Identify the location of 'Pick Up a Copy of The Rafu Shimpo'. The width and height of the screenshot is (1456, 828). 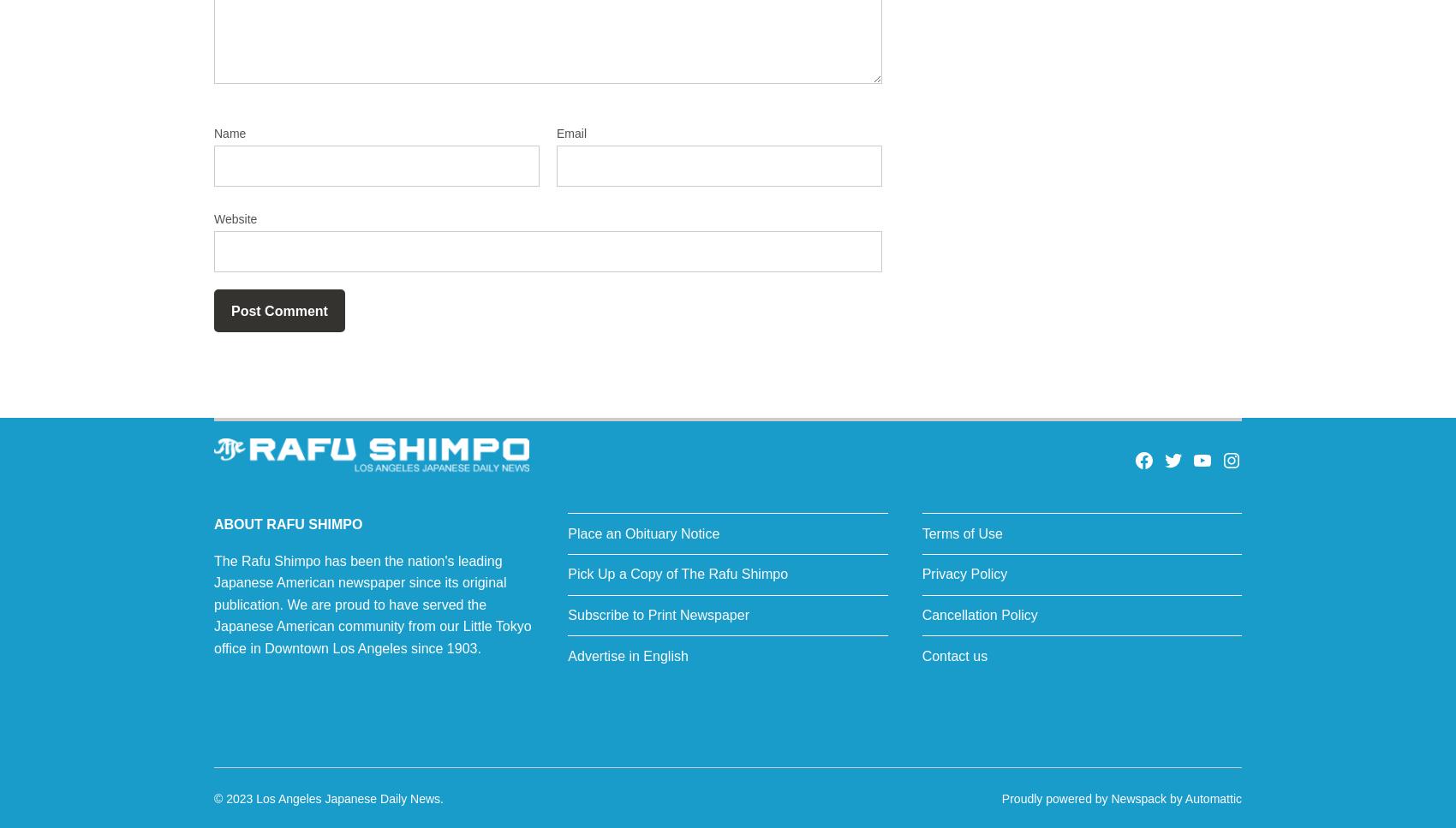
(677, 574).